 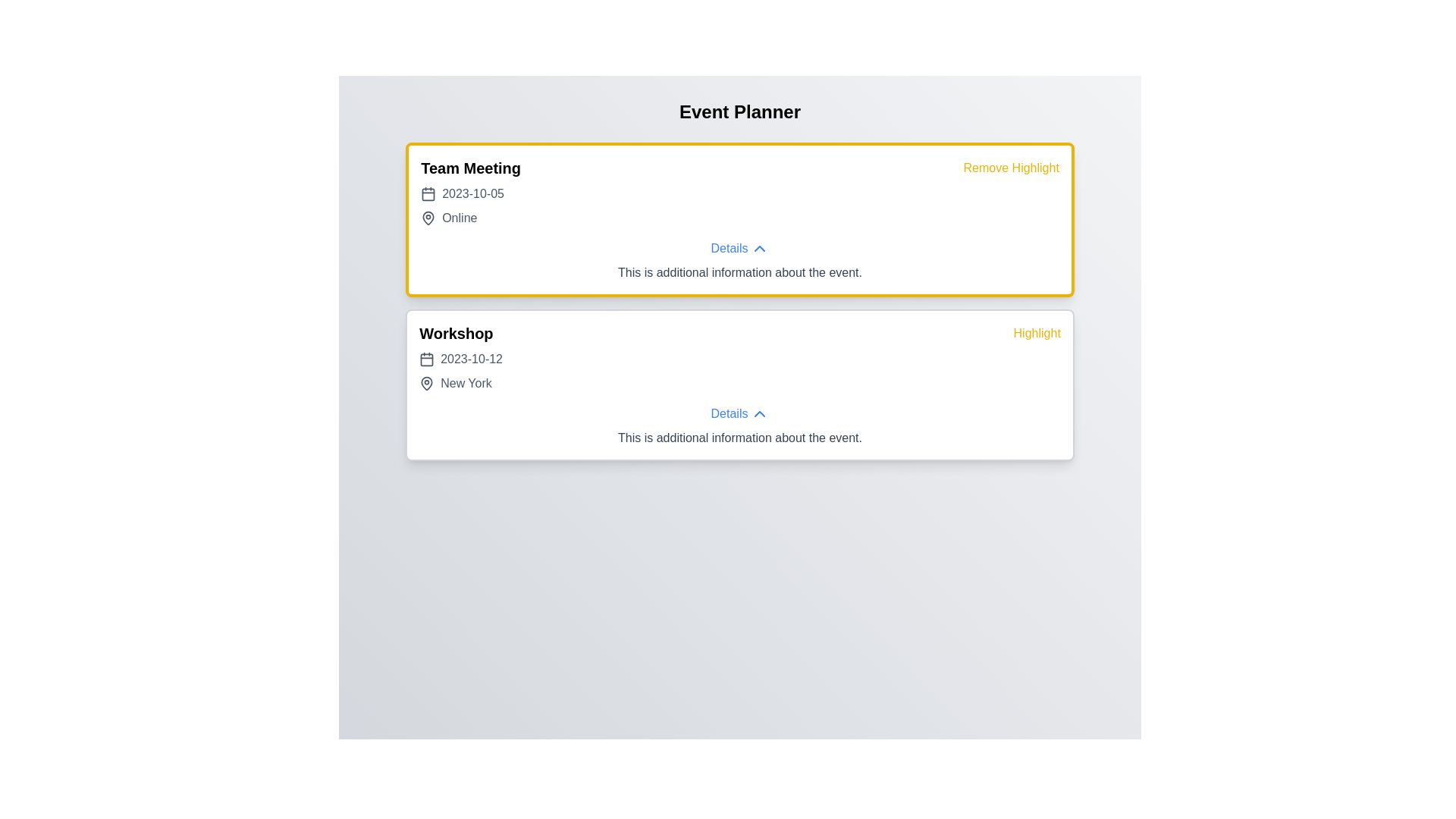 What do you see at coordinates (760, 414) in the screenshot?
I see `the chevron upward icon indicating the expandable state of the 'Details' section in the second event card for the 'Workshop' event` at bounding box center [760, 414].